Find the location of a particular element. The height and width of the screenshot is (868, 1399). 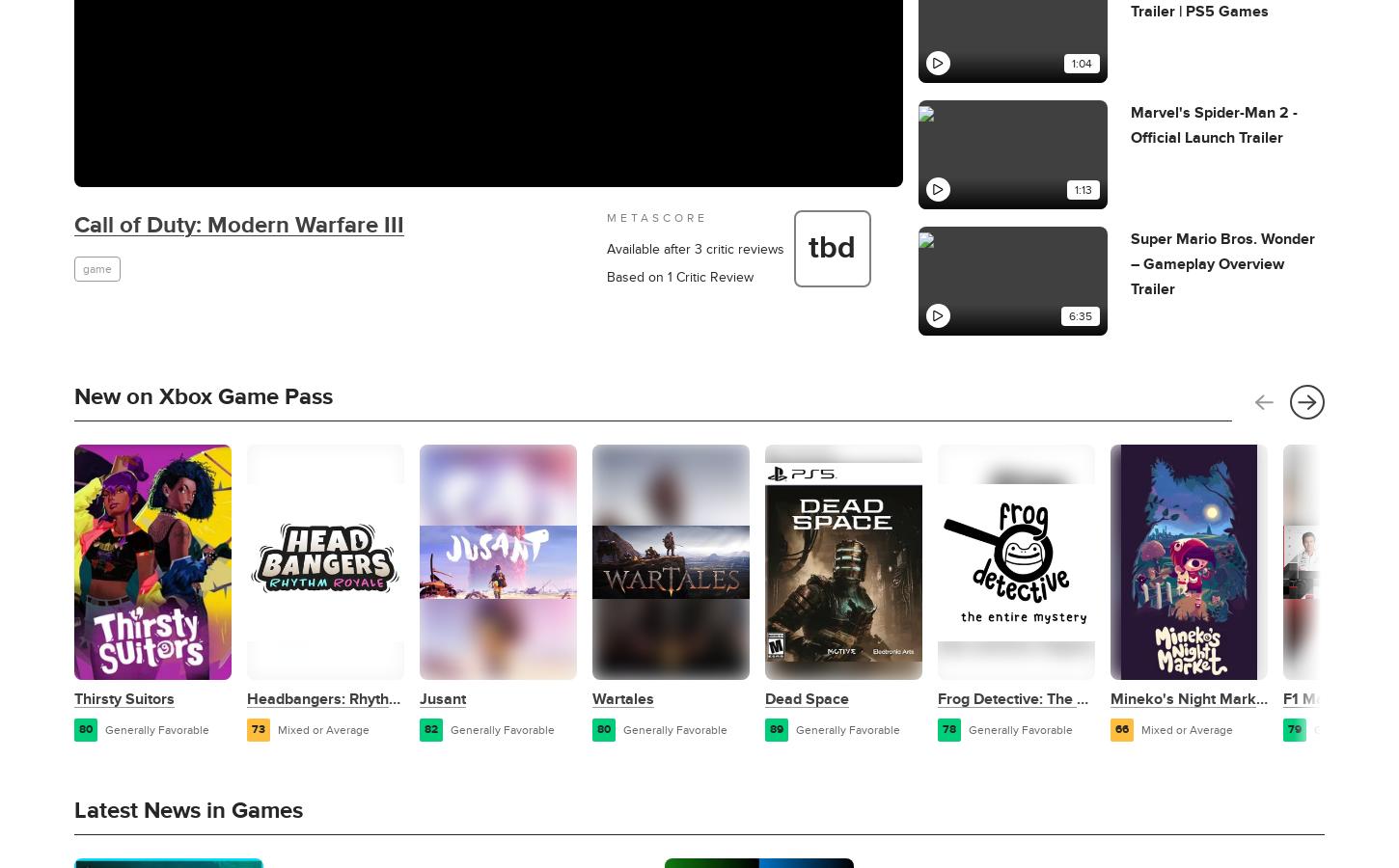

'game' is located at coordinates (82, 267).